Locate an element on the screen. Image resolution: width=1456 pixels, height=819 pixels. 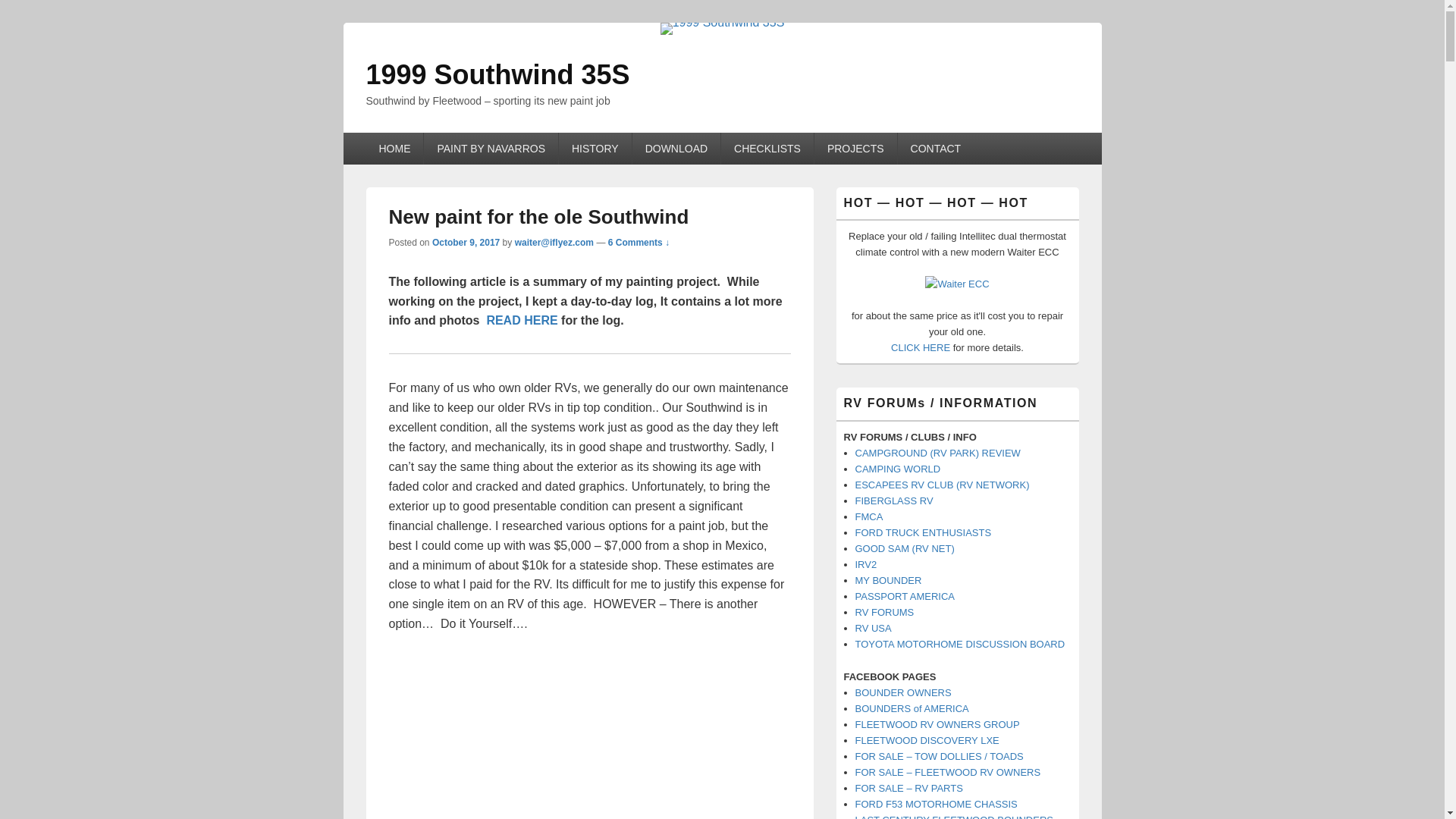
'BOUNDERS of AMERICA' is located at coordinates (912, 708).